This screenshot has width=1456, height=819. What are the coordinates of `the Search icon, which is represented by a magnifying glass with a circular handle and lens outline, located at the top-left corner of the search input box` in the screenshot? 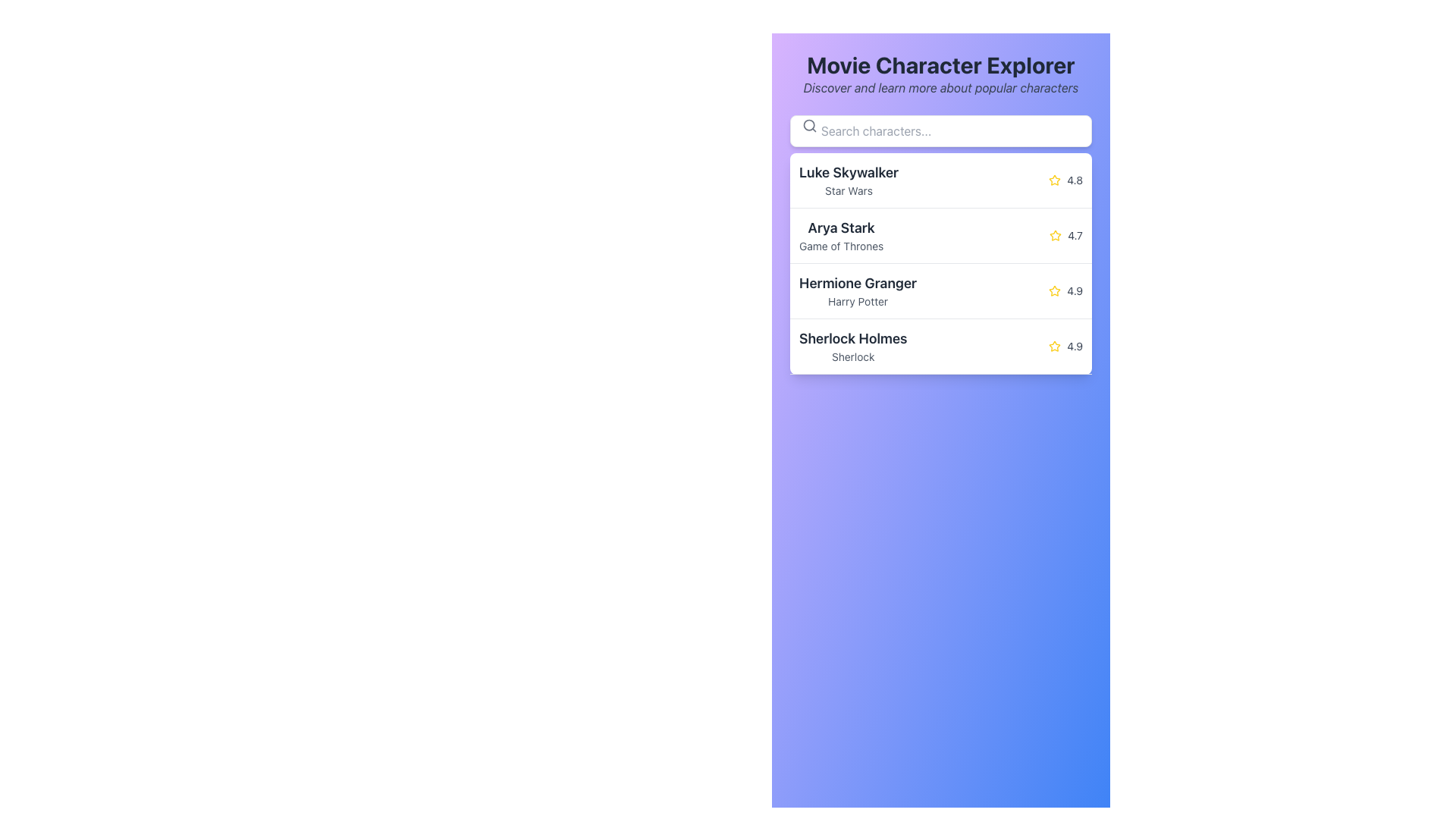 It's located at (809, 124).